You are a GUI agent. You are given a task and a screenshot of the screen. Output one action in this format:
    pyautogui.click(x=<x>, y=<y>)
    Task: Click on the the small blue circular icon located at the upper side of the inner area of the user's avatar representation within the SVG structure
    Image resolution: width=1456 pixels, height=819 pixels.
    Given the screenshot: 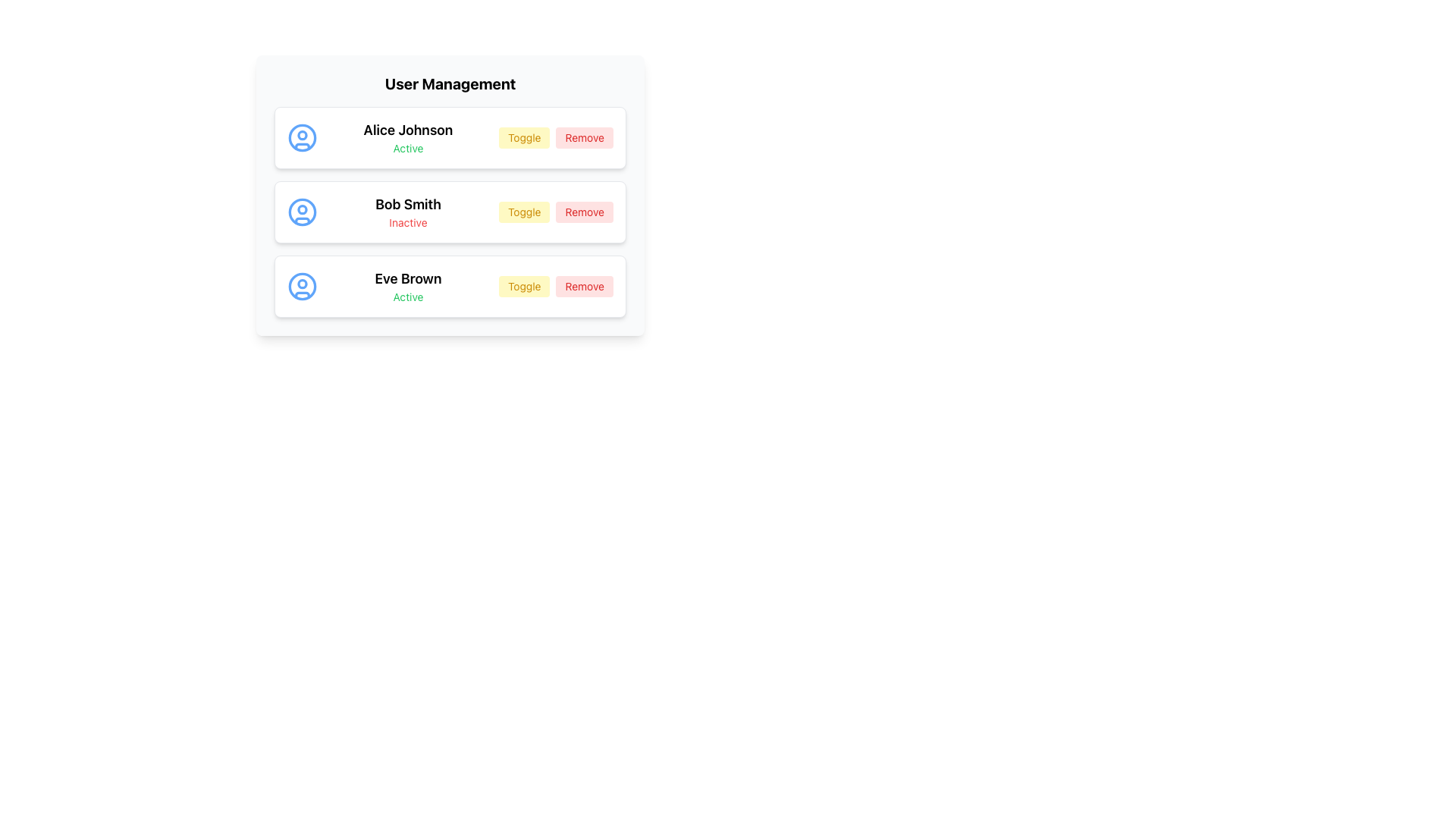 What is the action you would take?
    pyautogui.click(x=302, y=284)
    